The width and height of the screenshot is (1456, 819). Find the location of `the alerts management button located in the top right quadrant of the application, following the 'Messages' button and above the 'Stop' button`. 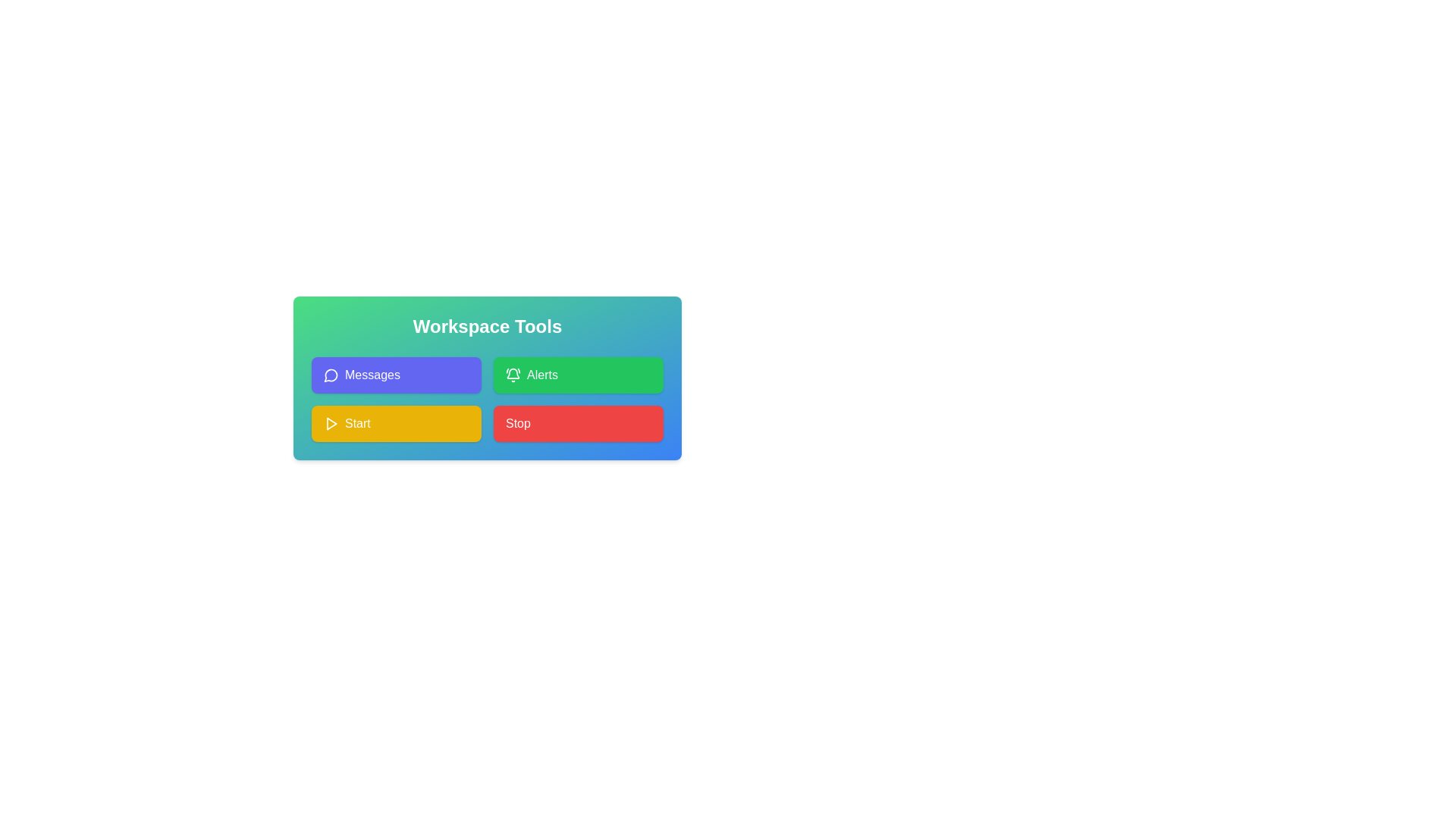

the alerts management button located in the top right quadrant of the application, following the 'Messages' button and above the 'Stop' button is located at coordinates (578, 375).